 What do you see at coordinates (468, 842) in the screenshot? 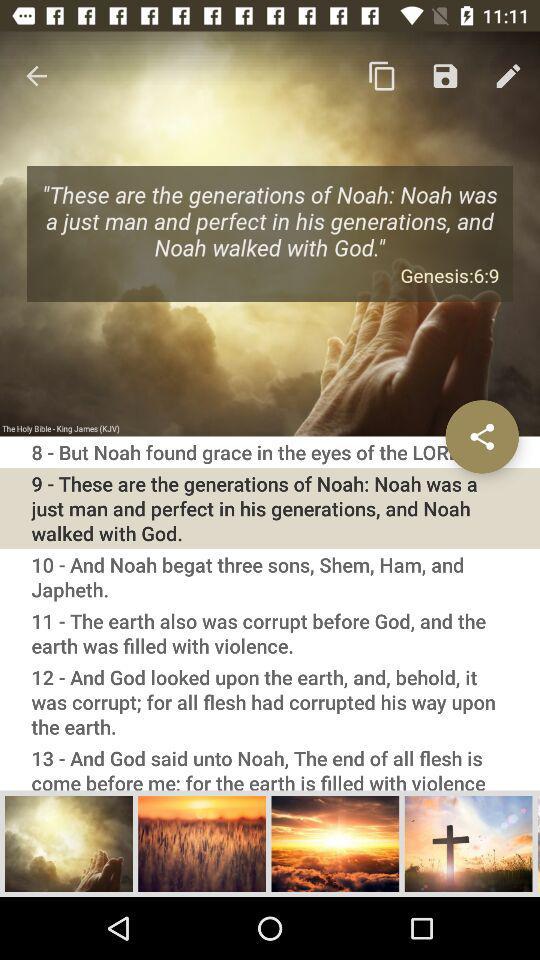
I see `the add icon` at bounding box center [468, 842].